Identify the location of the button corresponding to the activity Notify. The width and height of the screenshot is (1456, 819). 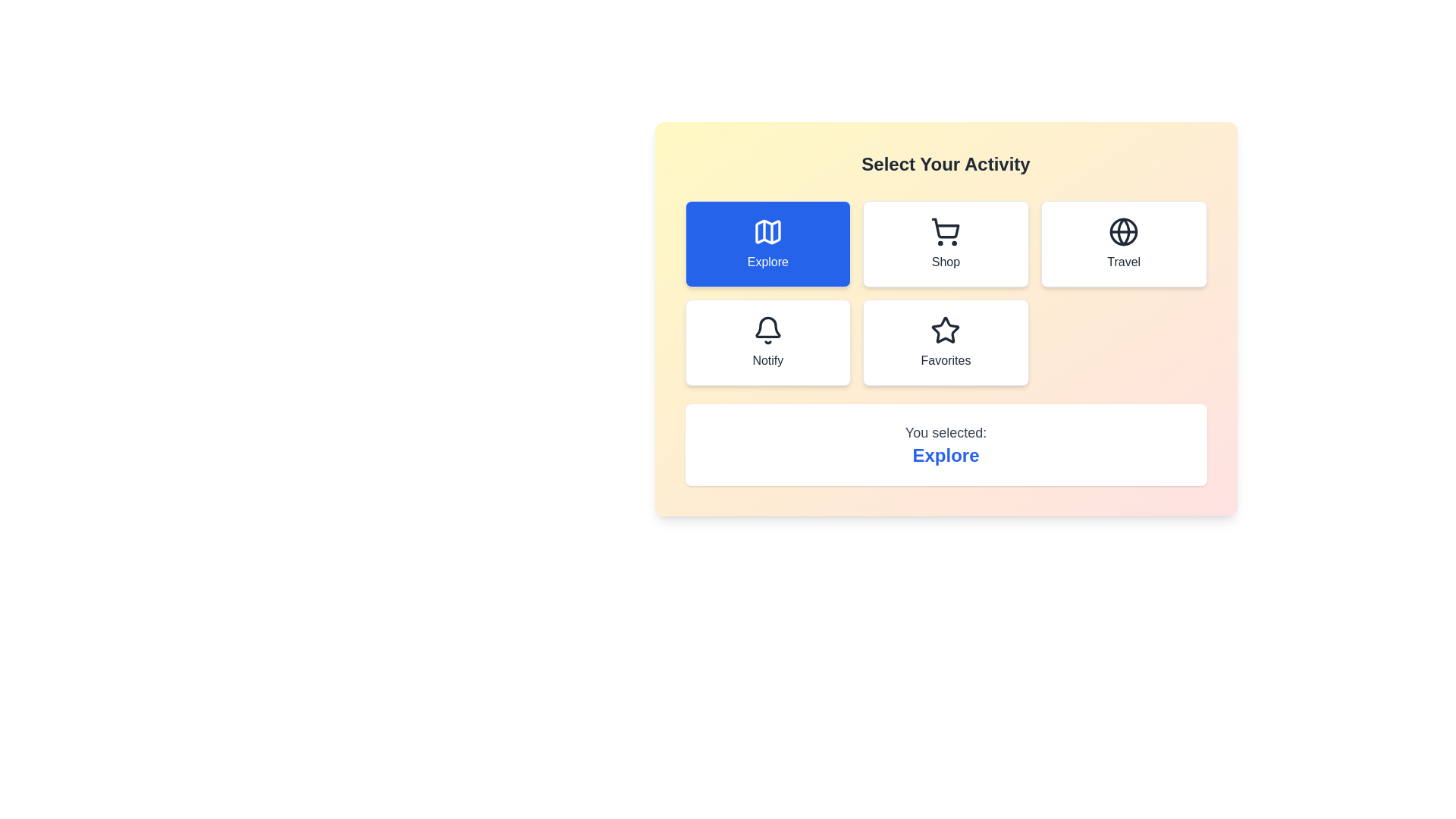
(767, 342).